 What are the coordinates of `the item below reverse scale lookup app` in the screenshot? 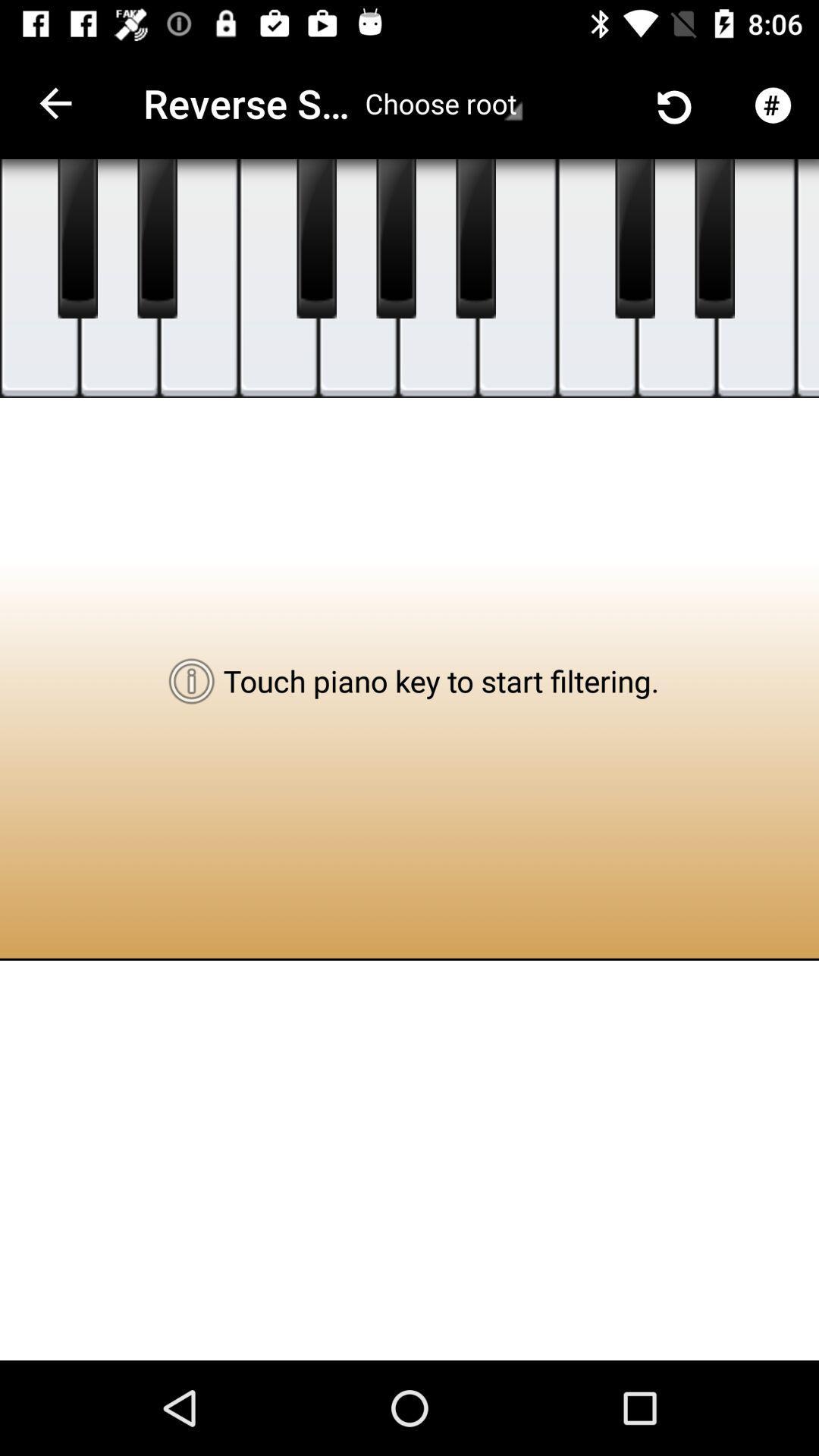 It's located at (358, 278).